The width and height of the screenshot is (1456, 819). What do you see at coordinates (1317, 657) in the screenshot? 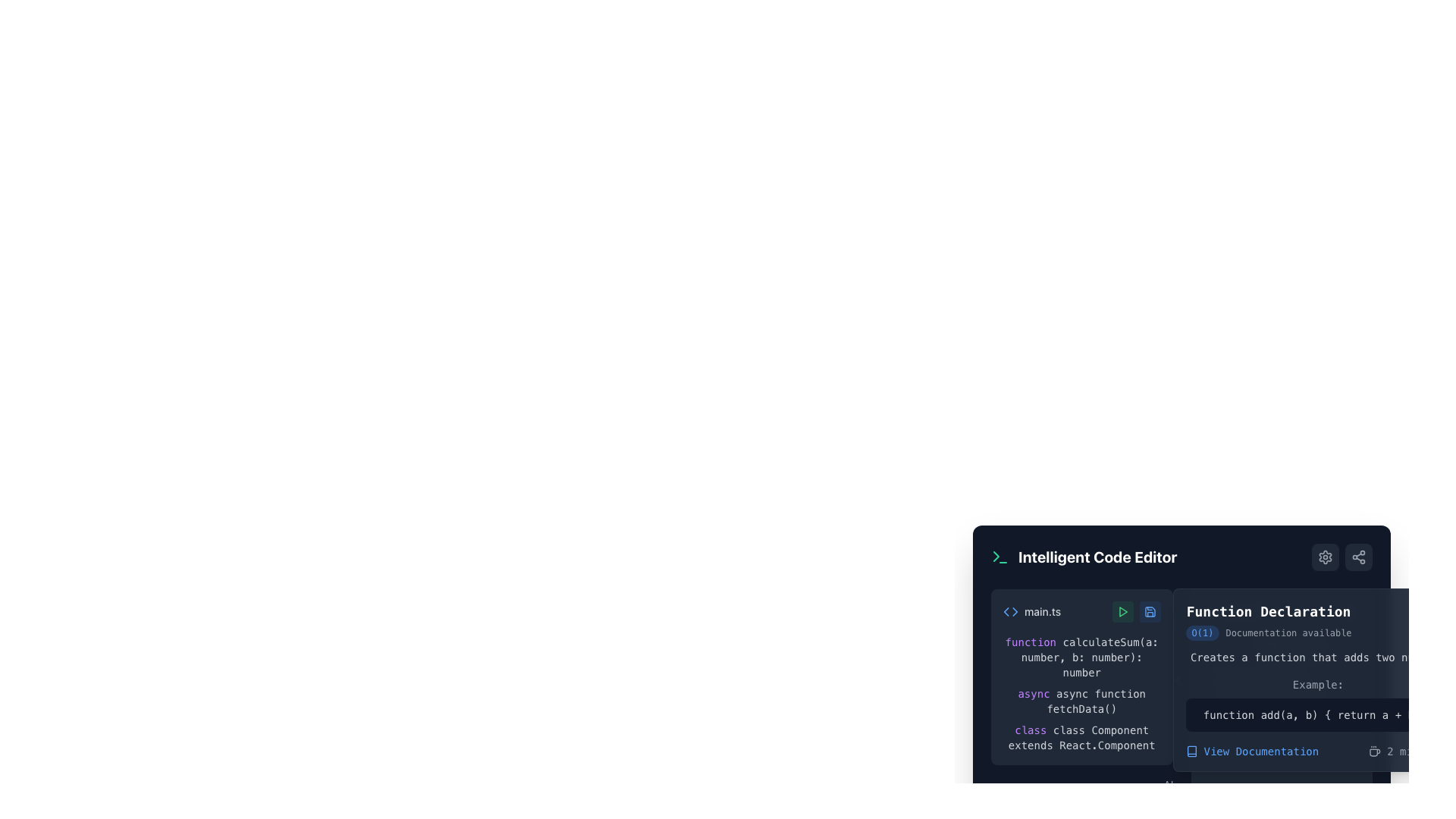
I see `the text block that contains the content 'Creates a function that adds two numbers', which is styled with a small font size and gray color, located within a dark card-like component beneath the heading 'Function Declaration'` at bounding box center [1317, 657].